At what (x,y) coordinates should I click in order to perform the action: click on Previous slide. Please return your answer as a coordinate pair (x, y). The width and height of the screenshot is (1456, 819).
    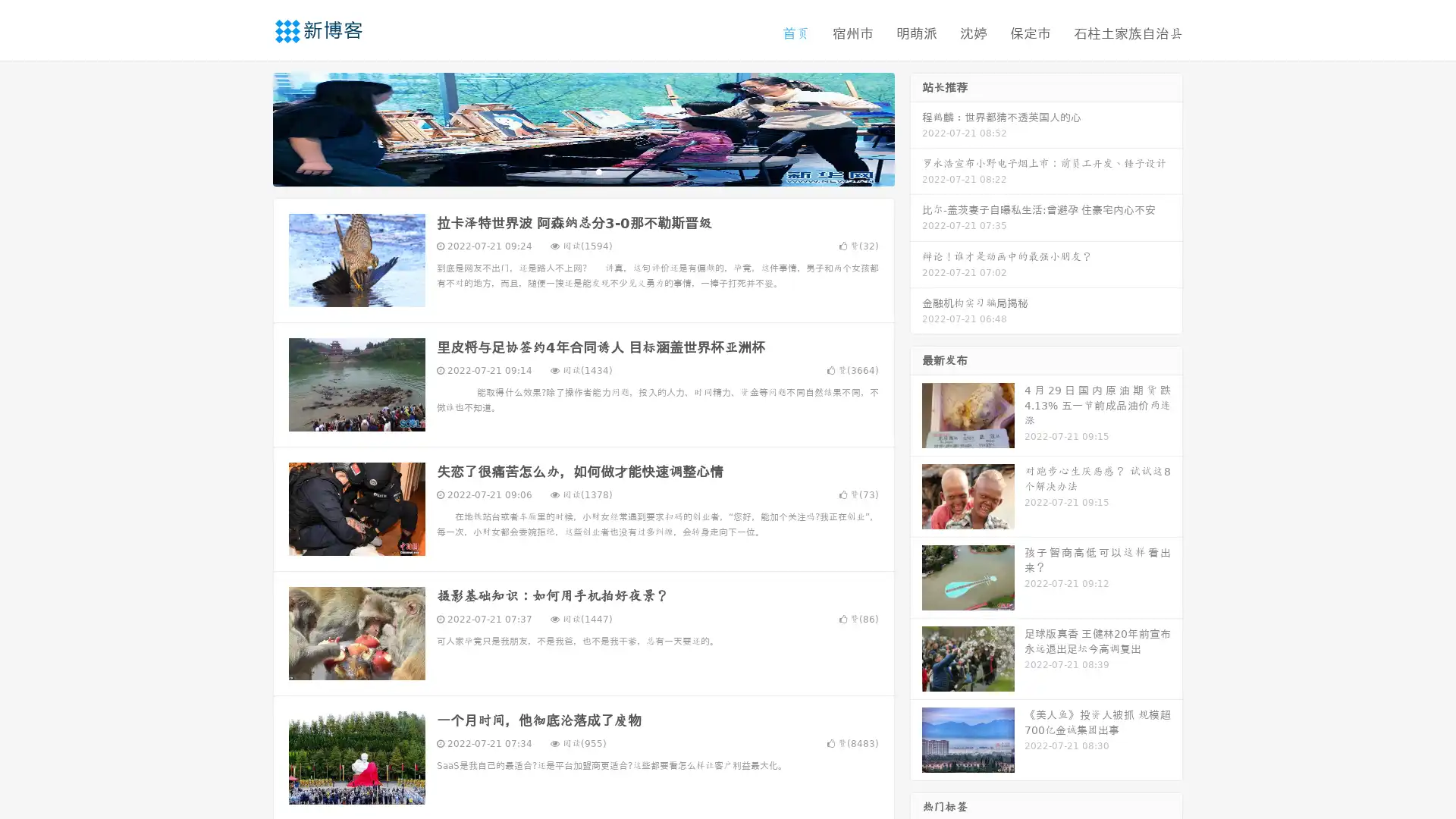
    Looking at the image, I should click on (250, 127).